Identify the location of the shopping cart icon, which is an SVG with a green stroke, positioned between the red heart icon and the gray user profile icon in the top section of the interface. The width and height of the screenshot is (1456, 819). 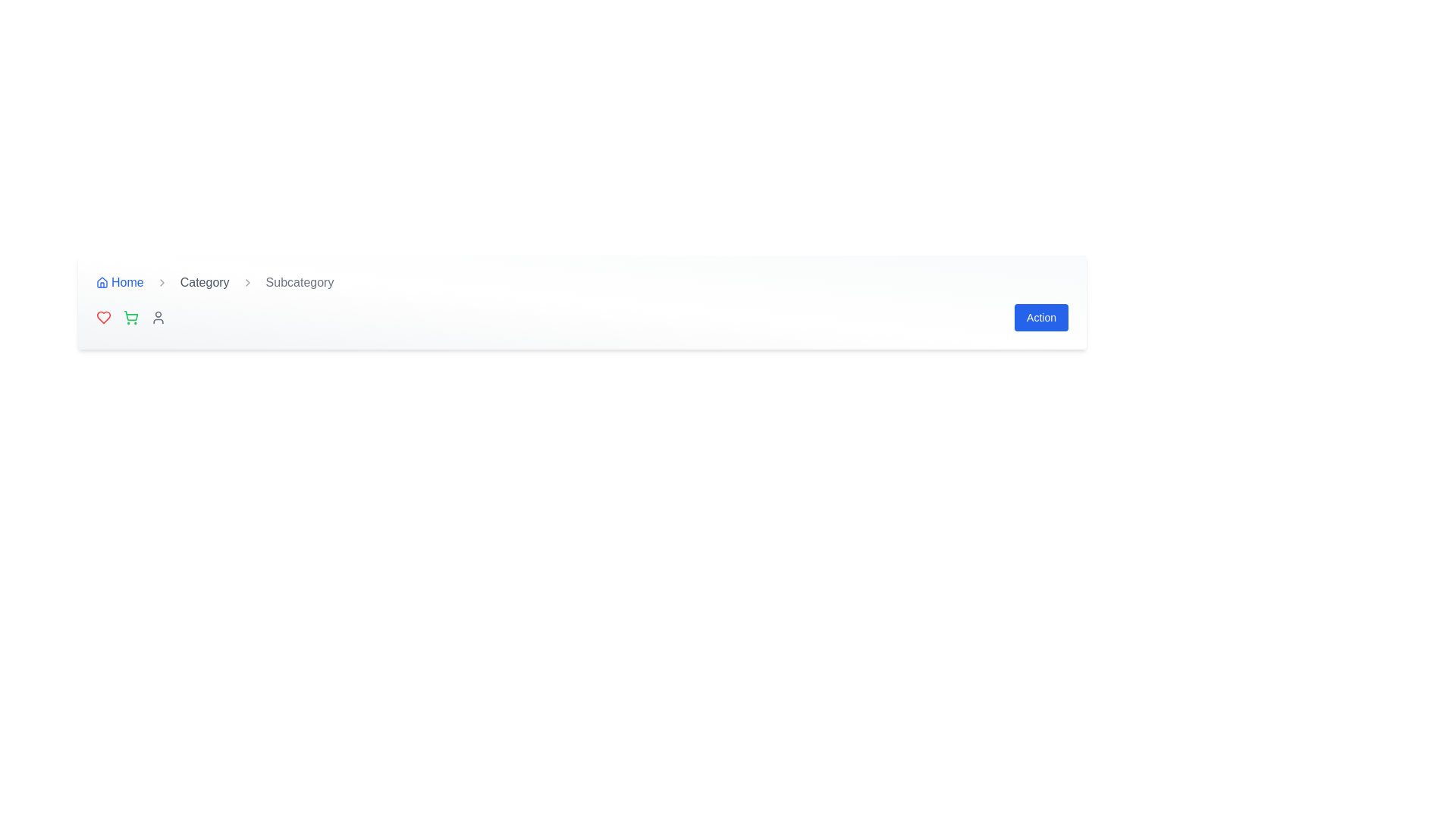
(130, 317).